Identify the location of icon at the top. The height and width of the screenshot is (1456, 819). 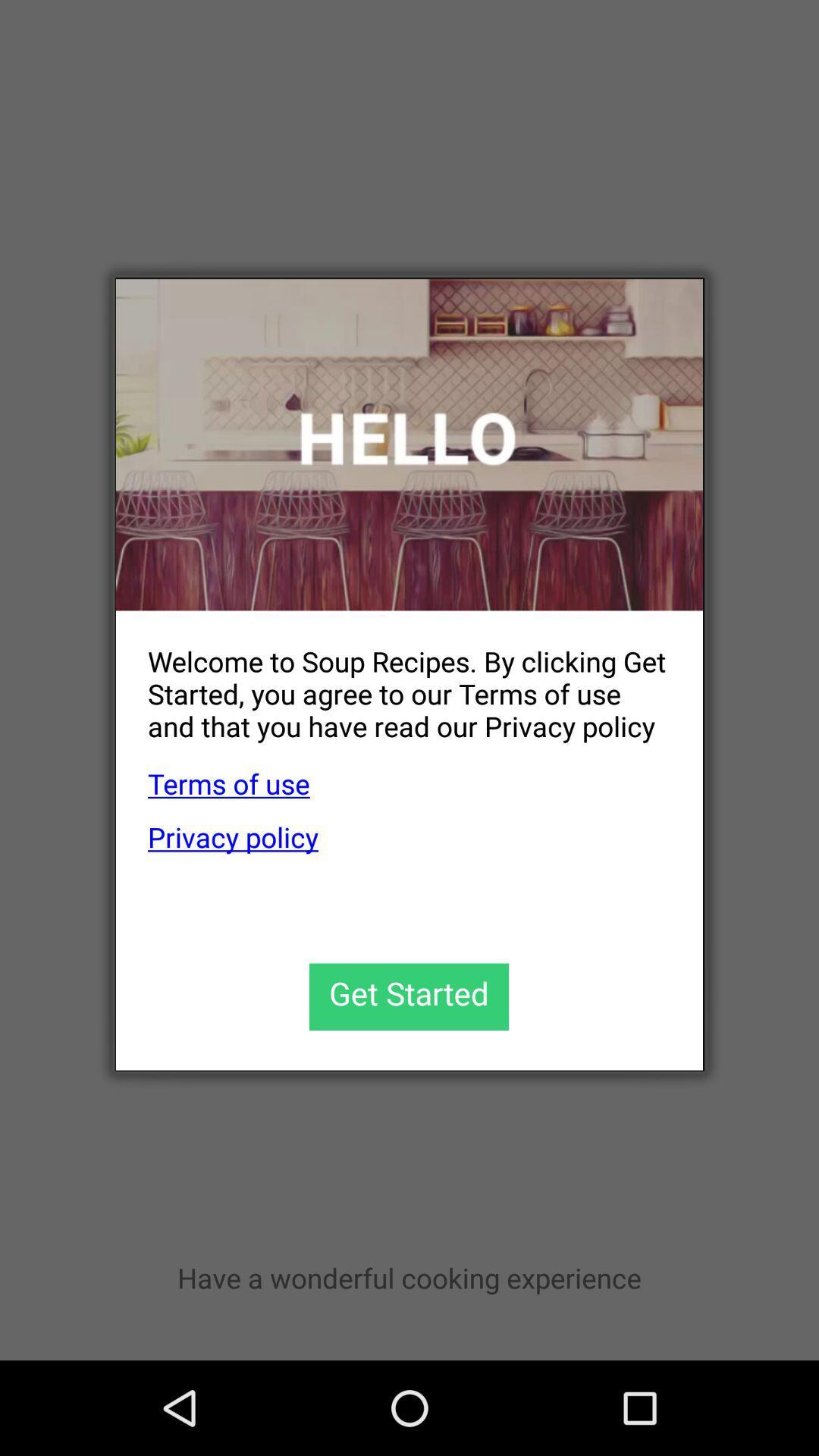
(409, 444).